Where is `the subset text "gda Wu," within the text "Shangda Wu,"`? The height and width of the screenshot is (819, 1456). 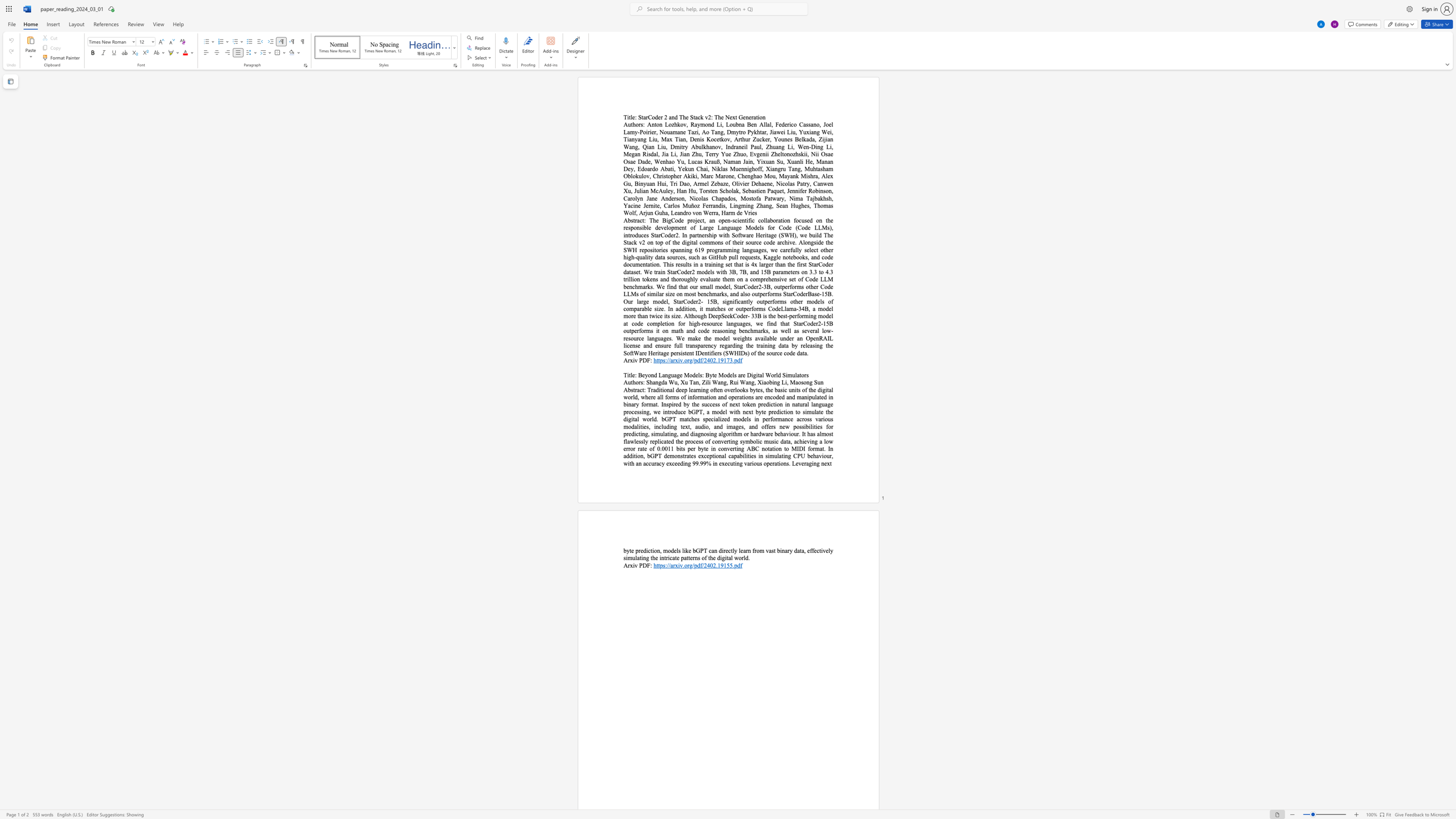 the subset text "gda Wu," within the text "Shangda Wu," is located at coordinates (658, 382).